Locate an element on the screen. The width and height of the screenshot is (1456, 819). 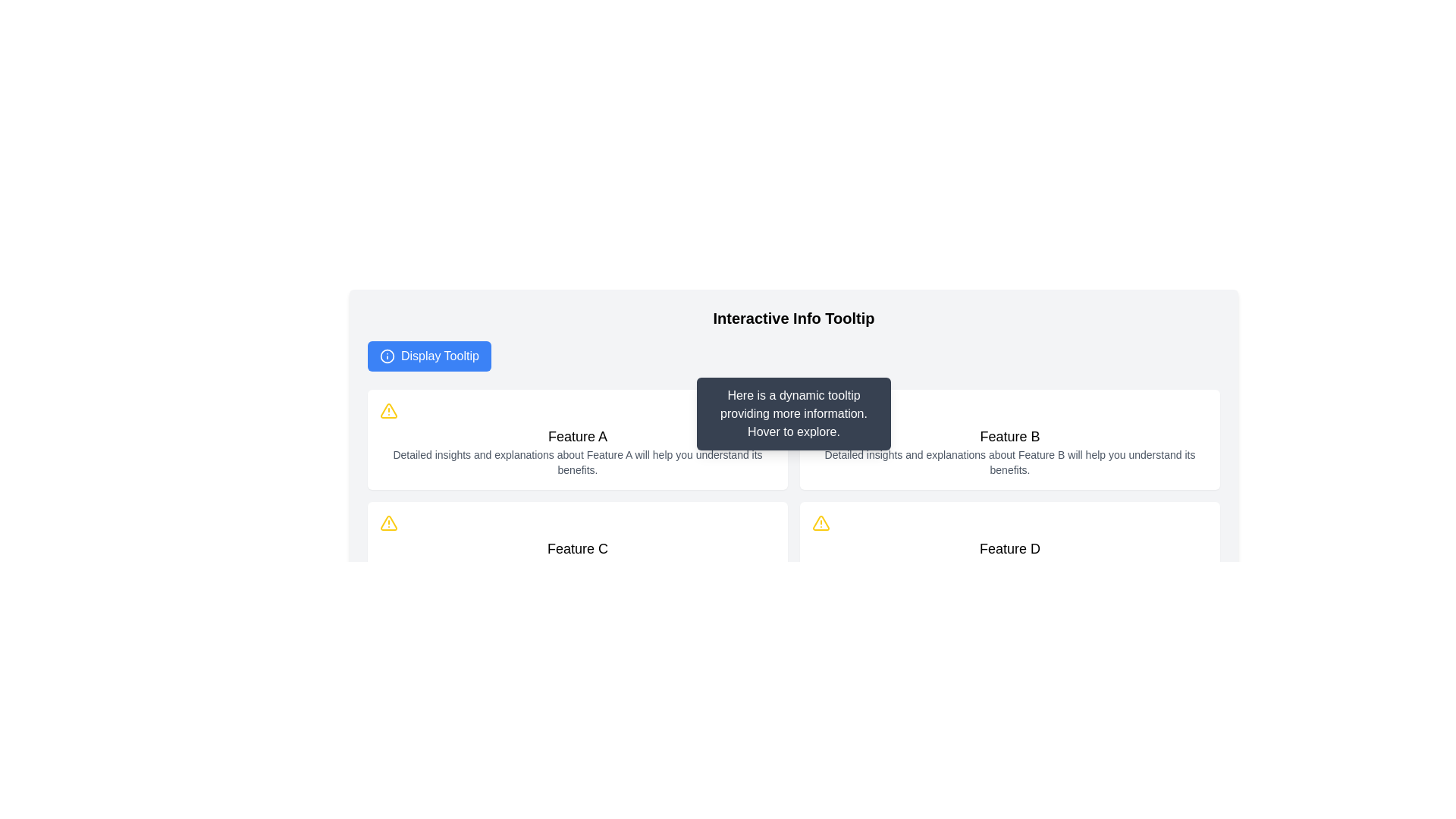
the circular SVG graphical component that serves as an informational icon, located near the 'Display Tooltip' button is located at coordinates (387, 356).